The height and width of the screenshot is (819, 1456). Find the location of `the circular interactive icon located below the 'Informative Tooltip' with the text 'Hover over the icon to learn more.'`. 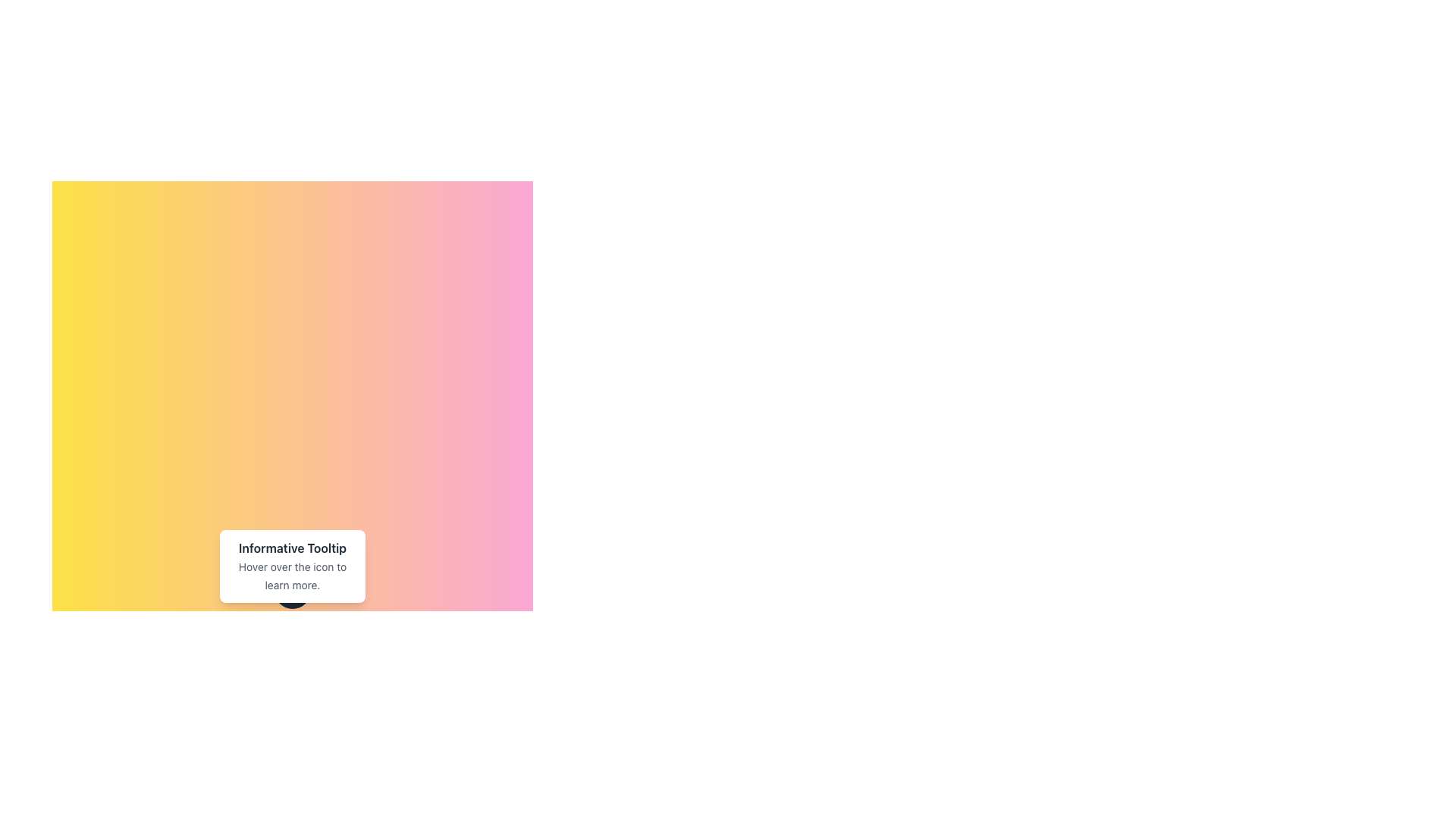

the circular interactive icon located below the 'Informative Tooltip' with the text 'Hover over the icon to learn more.' is located at coordinates (292, 590).